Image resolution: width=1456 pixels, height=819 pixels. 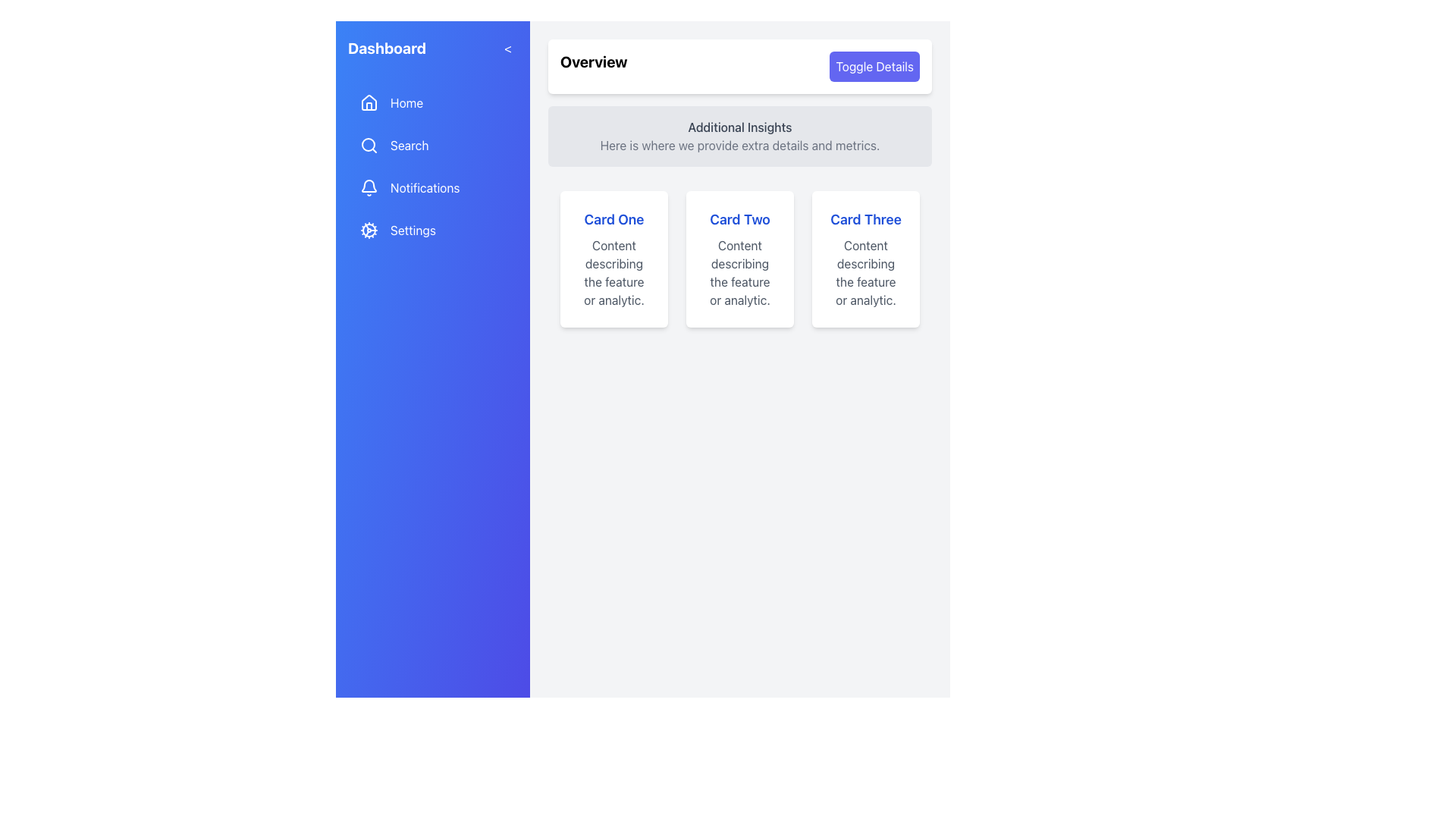 I want to click on the 'Search' menu item in the Vertical Navigation Menu, so click(x=432, y=166).